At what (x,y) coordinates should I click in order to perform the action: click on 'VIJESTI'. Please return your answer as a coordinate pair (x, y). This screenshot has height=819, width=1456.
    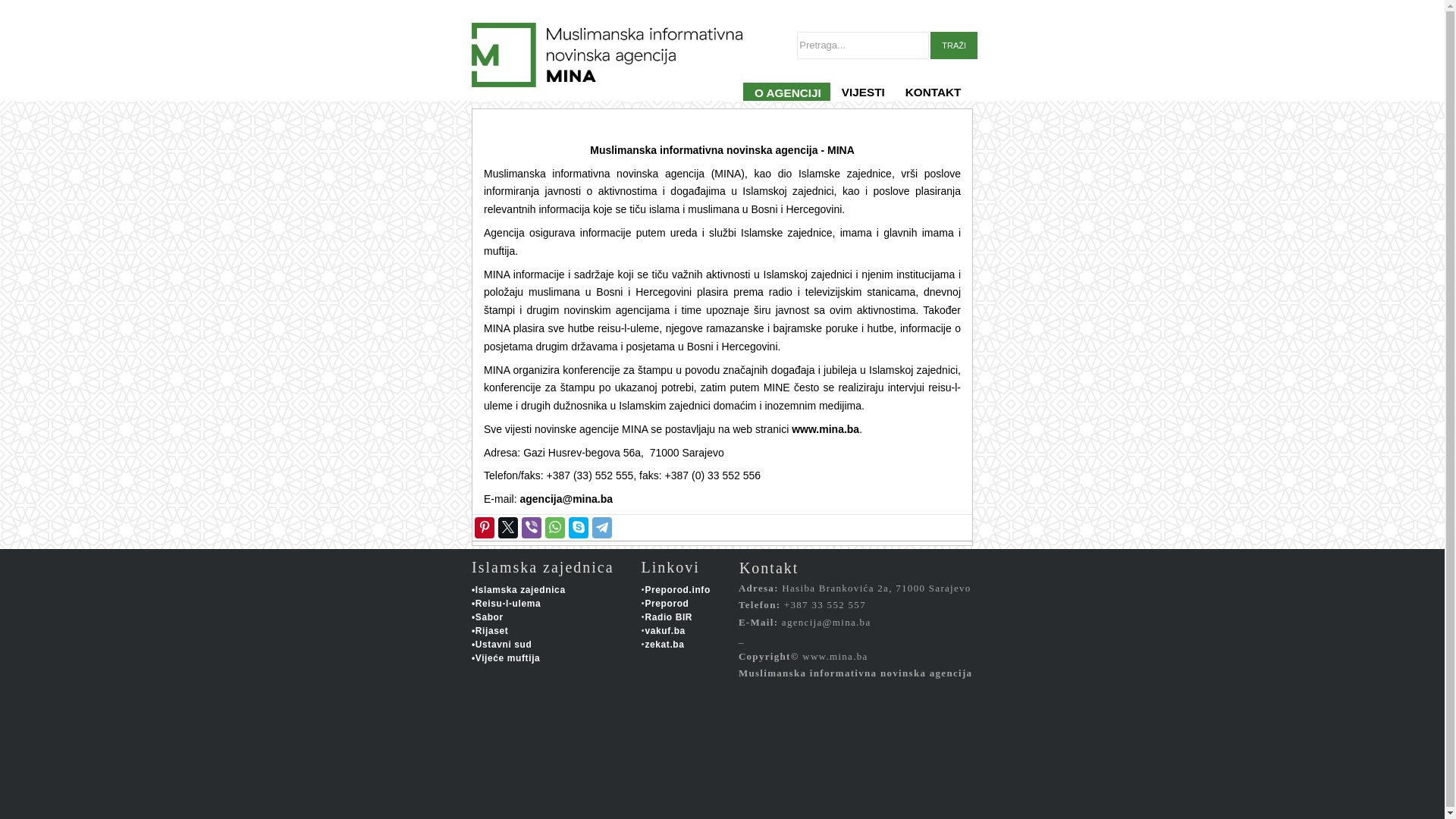
    Looking at the image, I should click on (862, 101).